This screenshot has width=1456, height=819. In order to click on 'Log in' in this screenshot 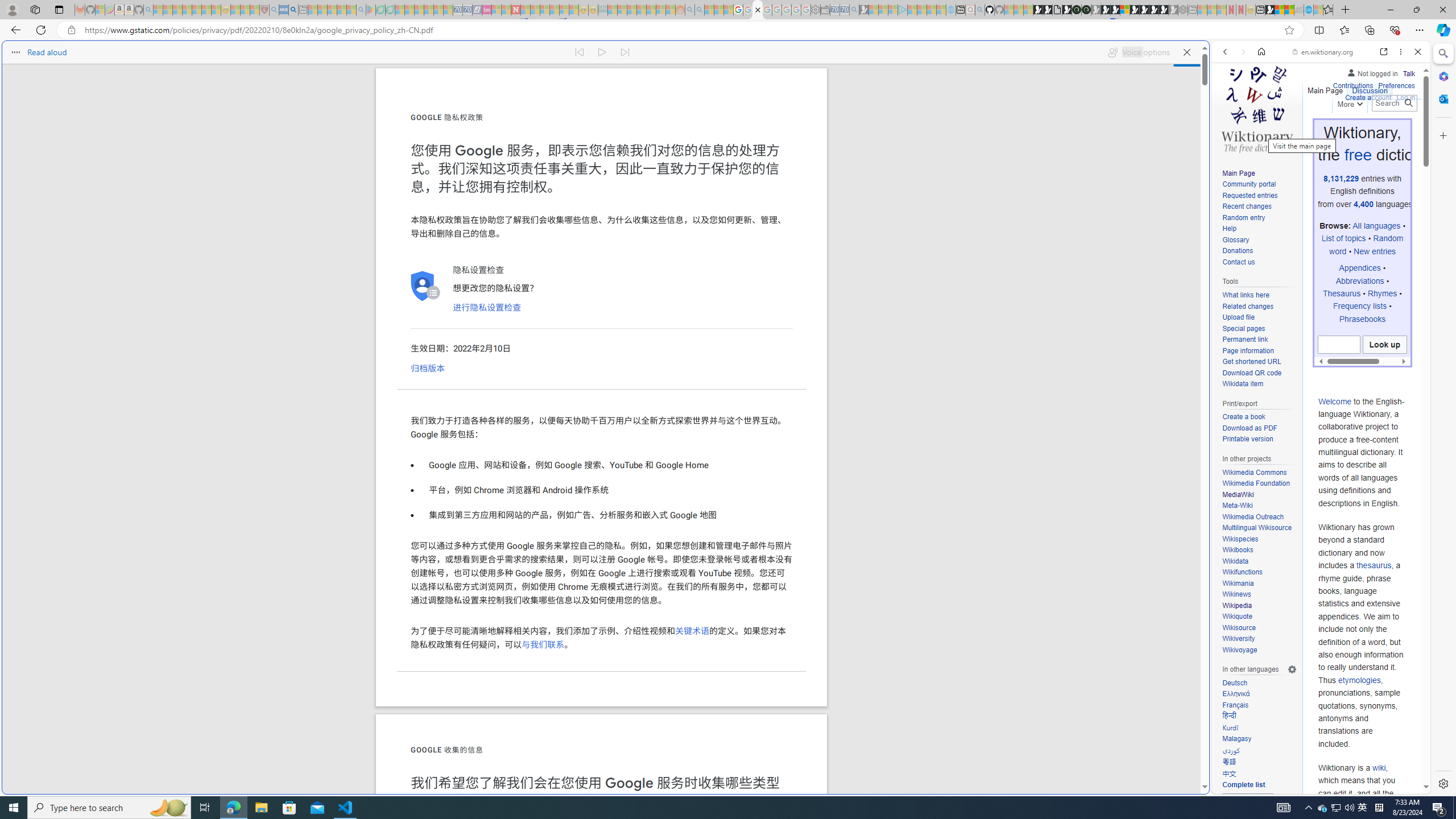, I will do `click(1405, 96)`.